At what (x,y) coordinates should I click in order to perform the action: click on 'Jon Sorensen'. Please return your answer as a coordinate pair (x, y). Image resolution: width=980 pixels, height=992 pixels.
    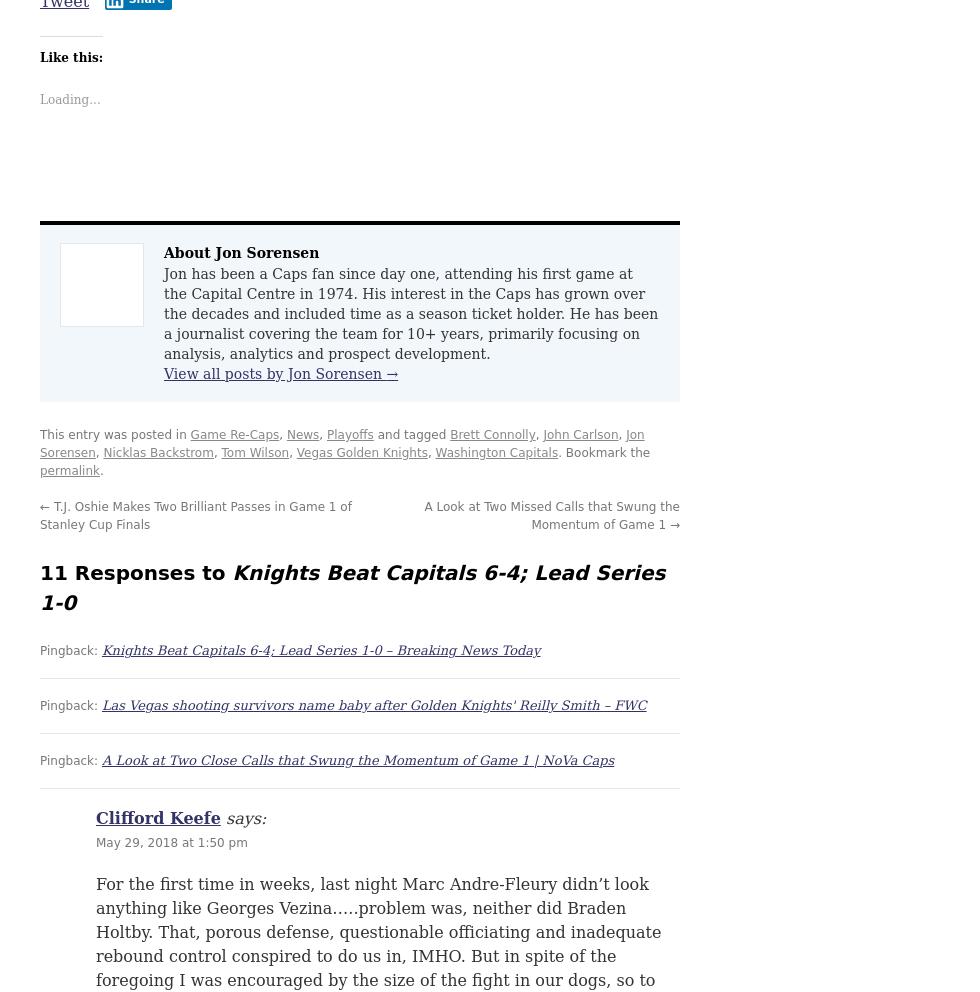
    Looking at the image, I should click on (342, 443).